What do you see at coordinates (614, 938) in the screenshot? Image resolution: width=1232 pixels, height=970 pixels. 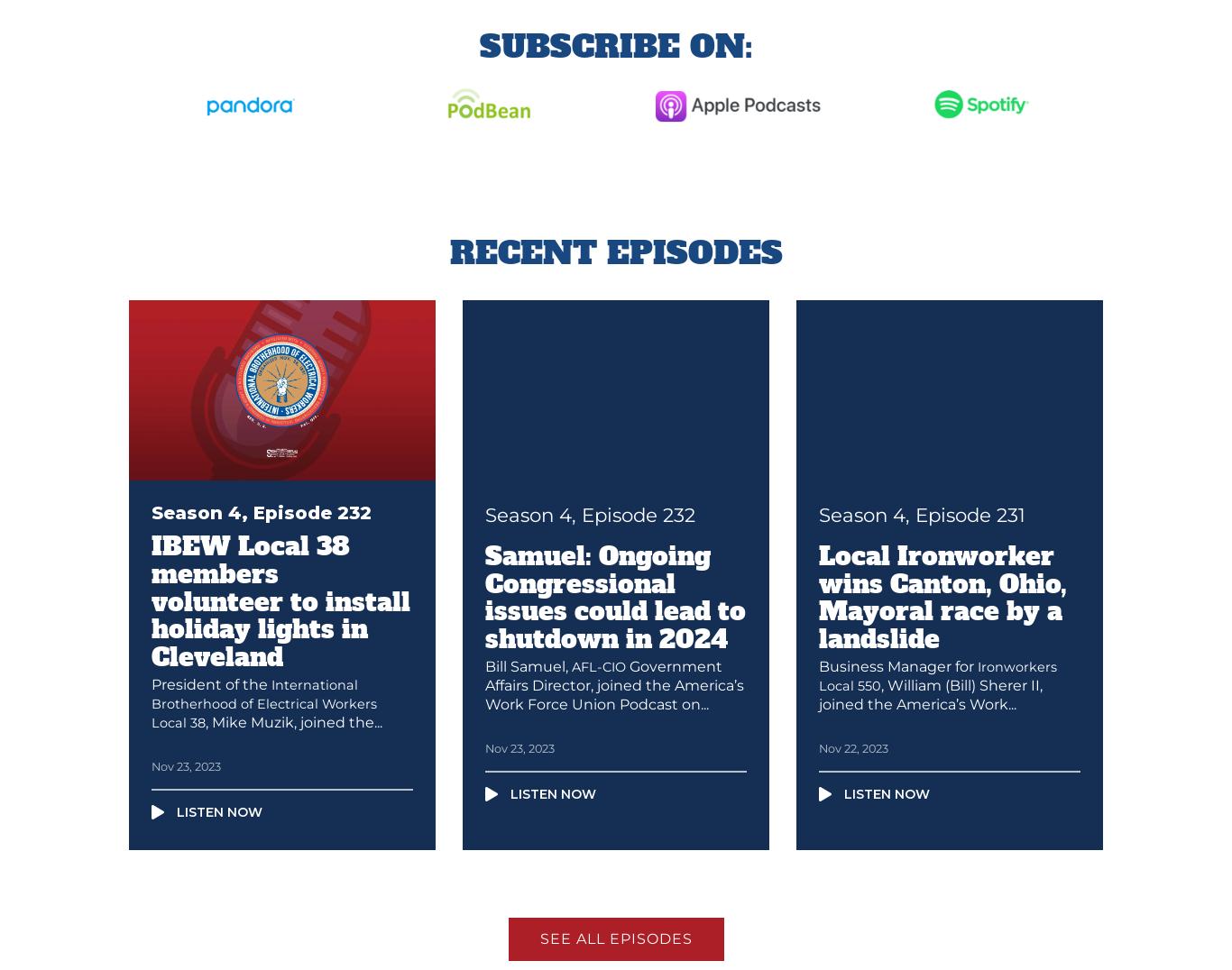 I see `'SEE ALL EPISODES'` at bounding box center [614, 938].